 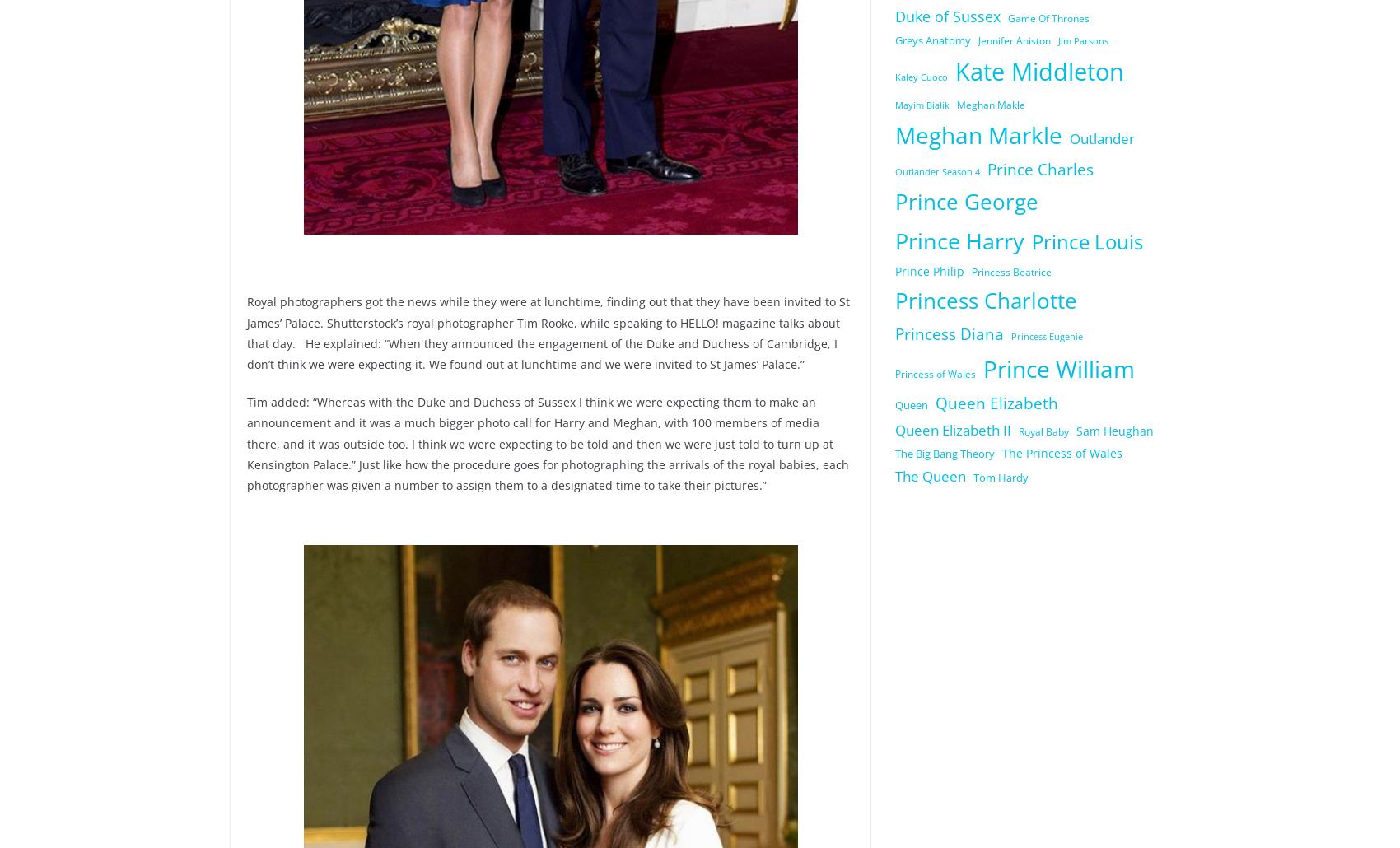 I want to click on 'Prince George', so click(x=966, y=202).